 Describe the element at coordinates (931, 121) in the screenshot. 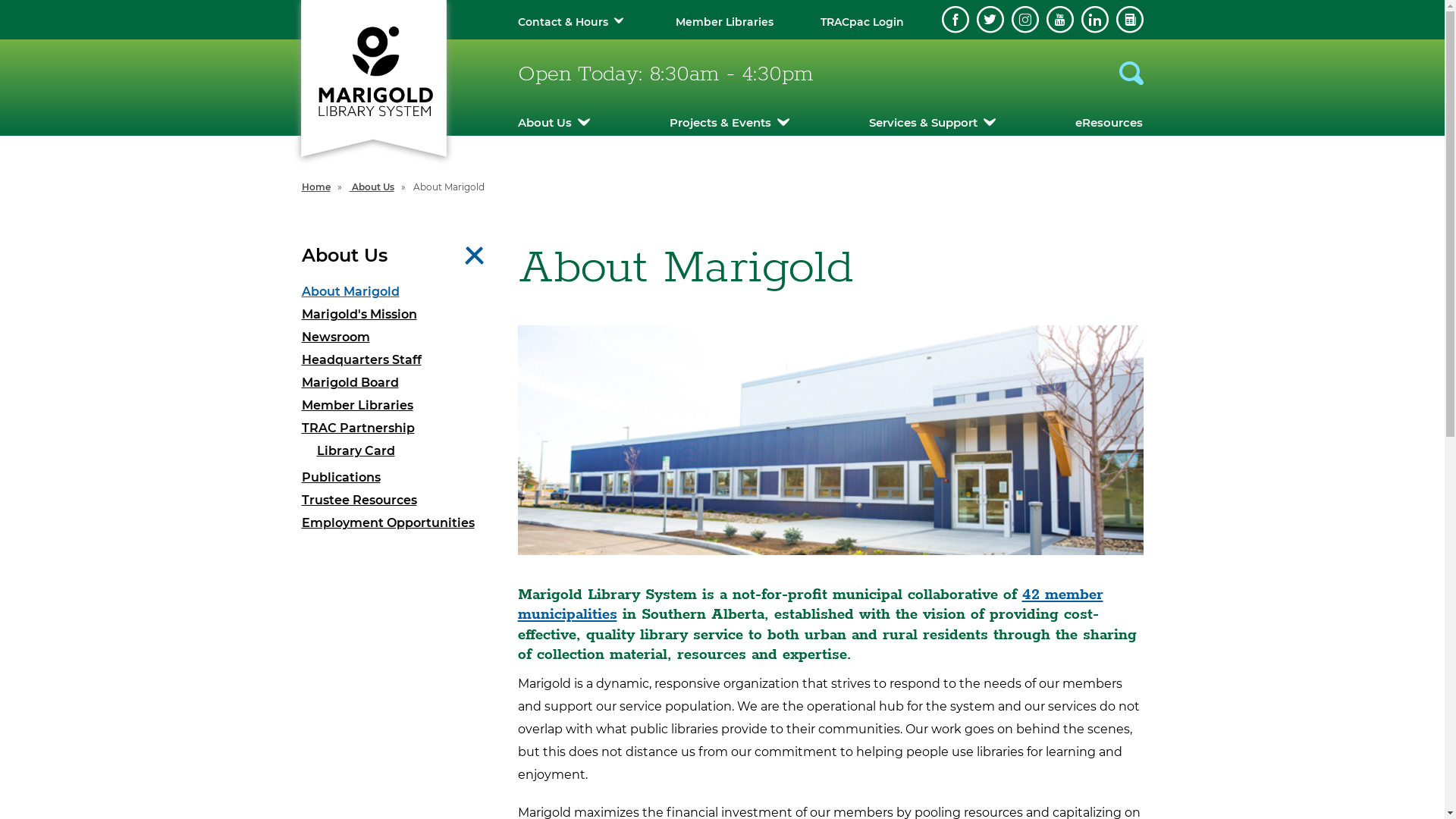

I see `'Services & Support'` at that location.